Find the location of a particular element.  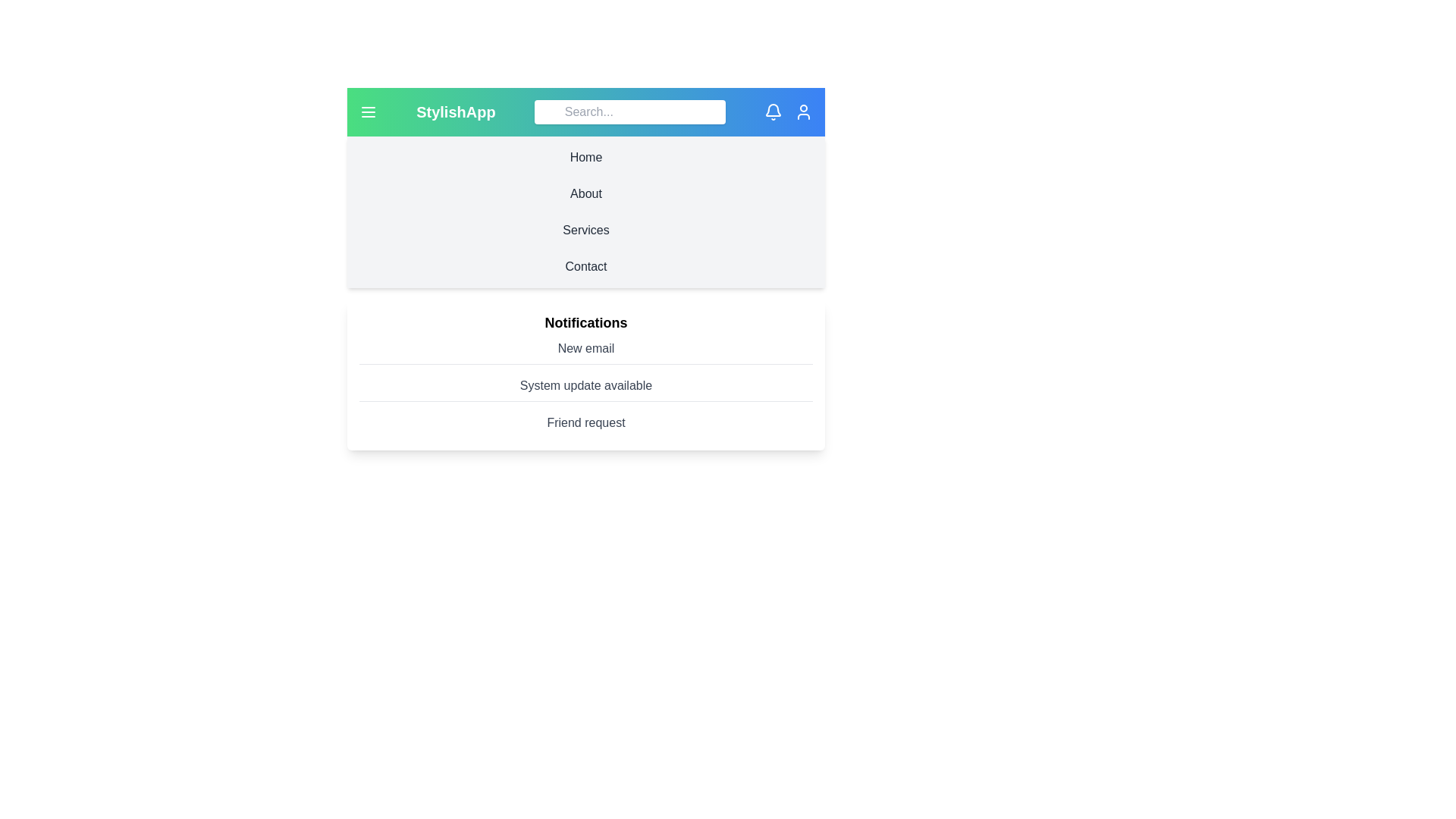

the bell icon to view notifications is located at coordinates (773, 111).